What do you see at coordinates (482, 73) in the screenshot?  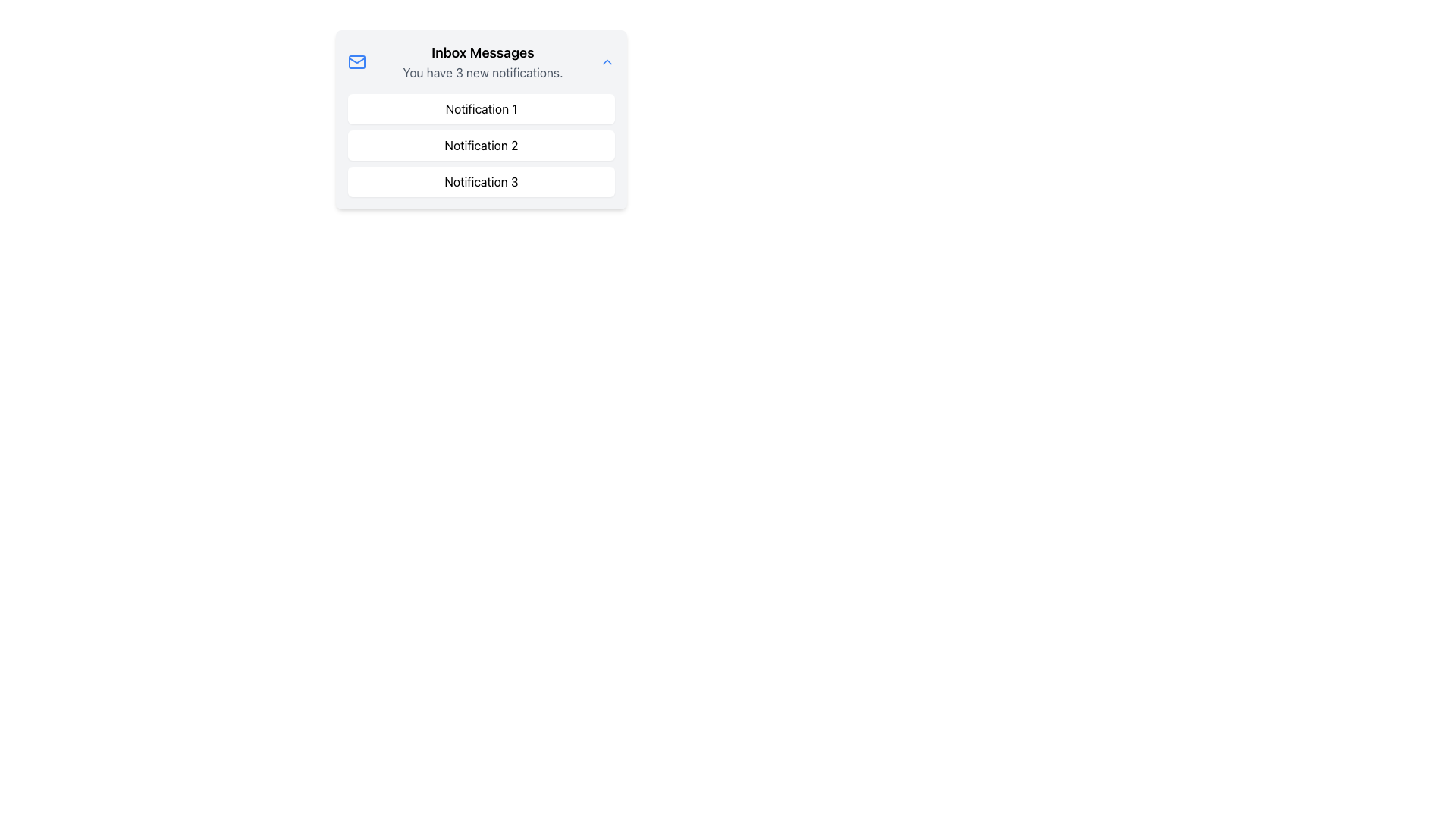 I see `static text element that displays 'You have 3 new notifications.' located directly below the header 'Inbox Messages.'` at bounding box center [482, 73].